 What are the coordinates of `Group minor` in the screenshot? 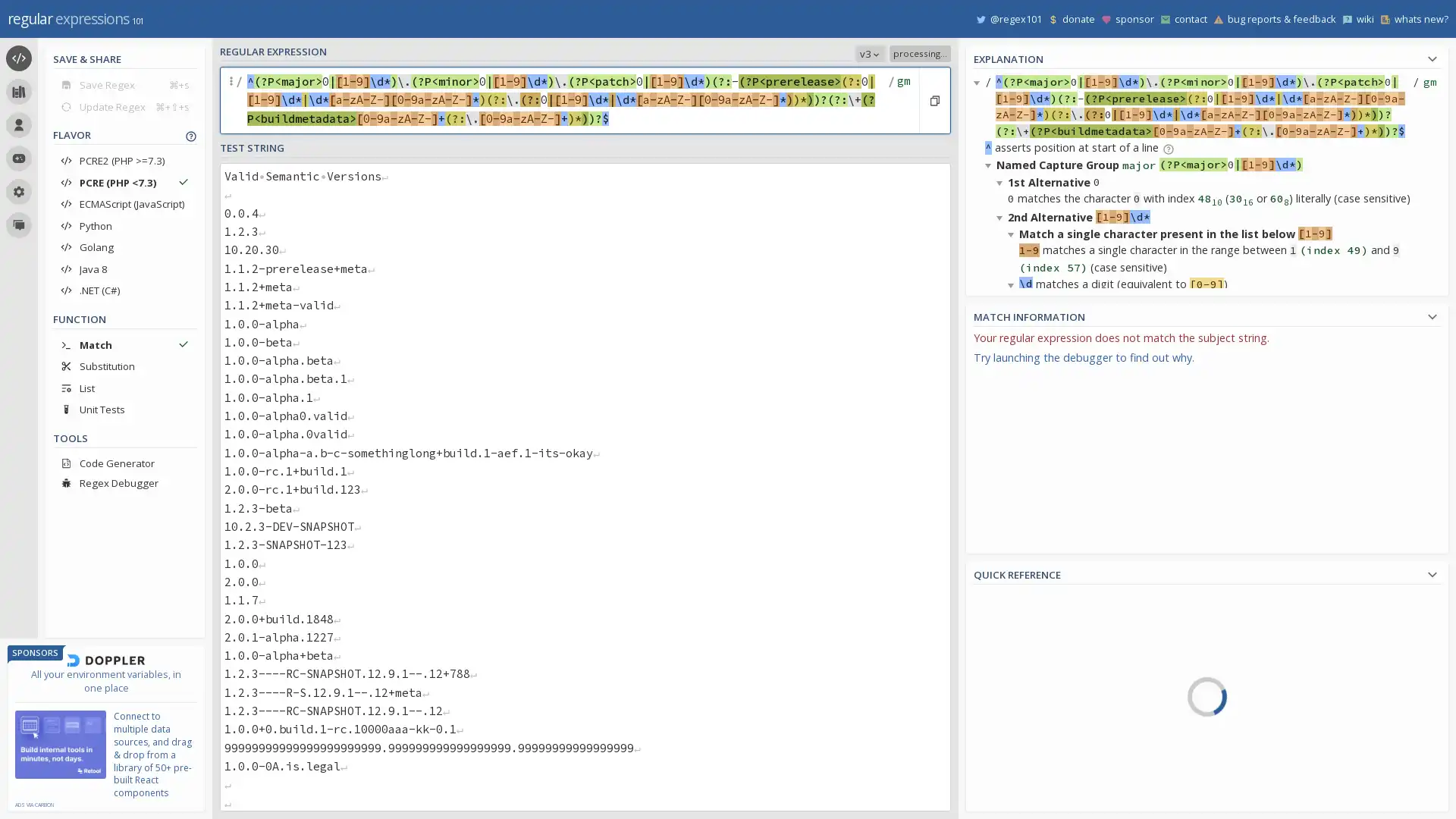 It's located at (1014, 651).